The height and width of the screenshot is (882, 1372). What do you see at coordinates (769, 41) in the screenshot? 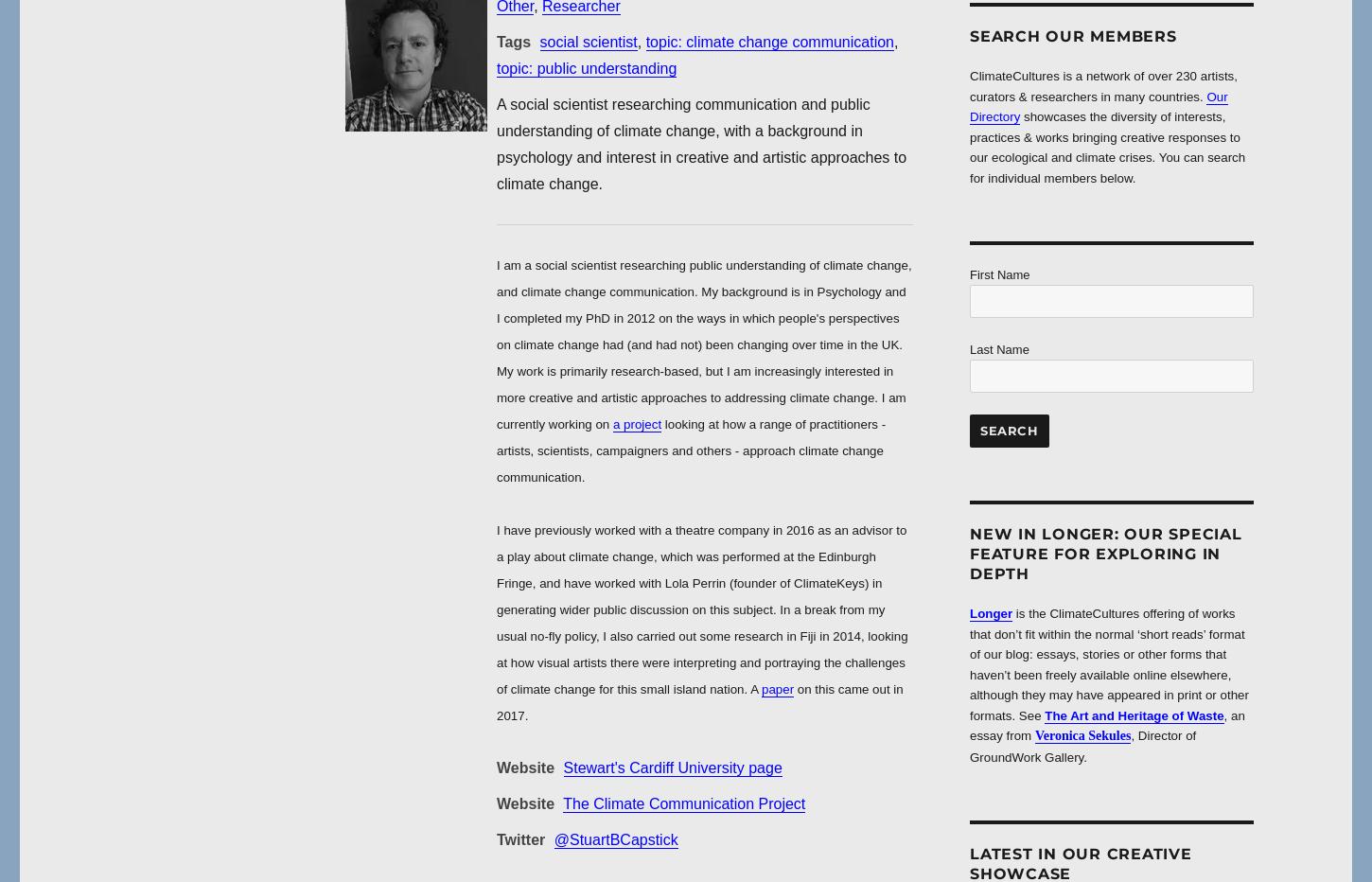
I see `'topic: climate change communication'` at bounding box center [769, 41].